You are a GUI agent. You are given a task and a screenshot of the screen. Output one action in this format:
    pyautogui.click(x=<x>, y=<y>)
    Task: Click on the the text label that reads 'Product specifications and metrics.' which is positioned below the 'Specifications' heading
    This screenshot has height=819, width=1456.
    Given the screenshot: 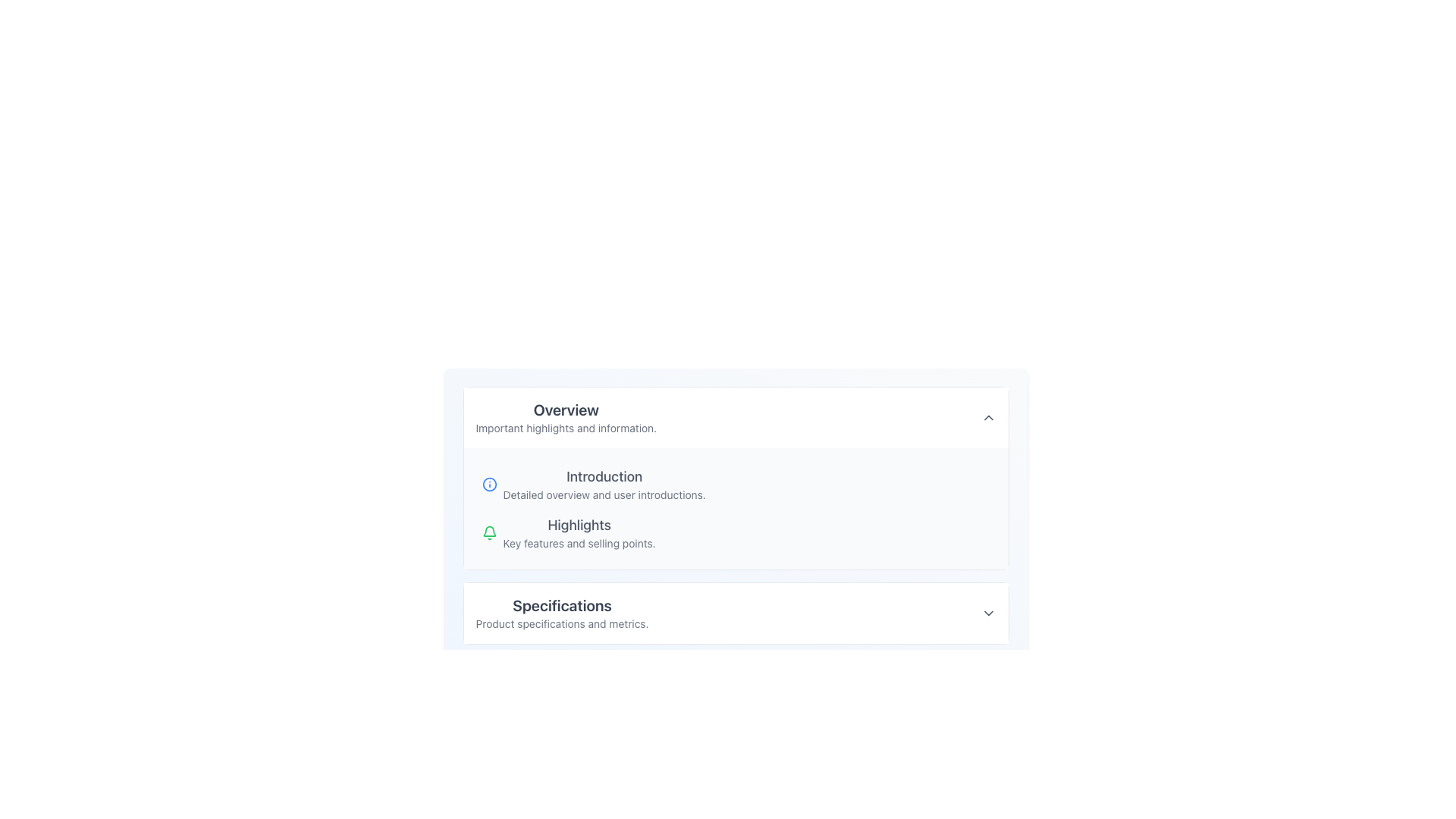 What is the action you would take?
    pyautogui.click(x=561, y=623)
    